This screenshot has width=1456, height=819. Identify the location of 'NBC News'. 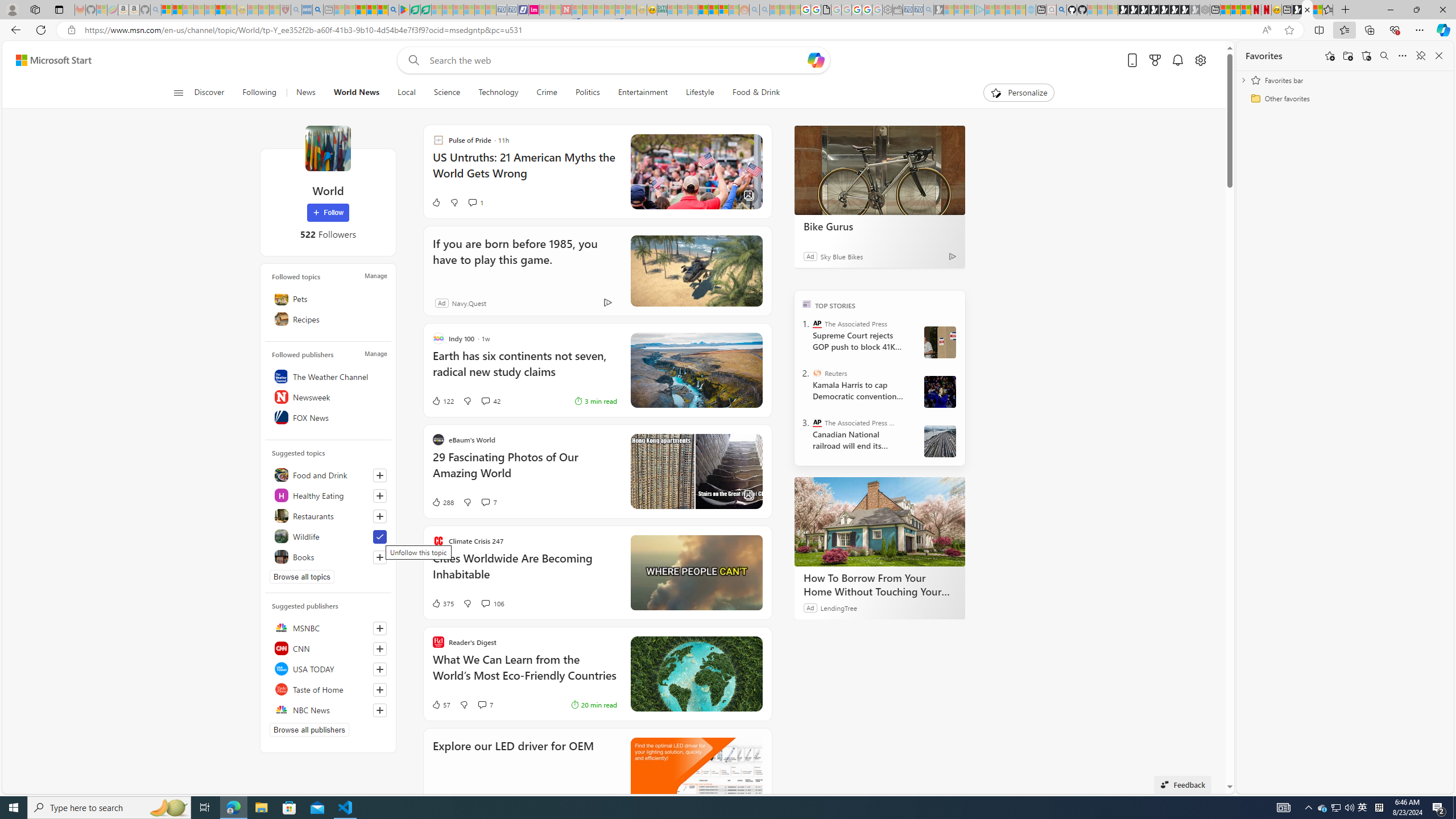
(327, 709).